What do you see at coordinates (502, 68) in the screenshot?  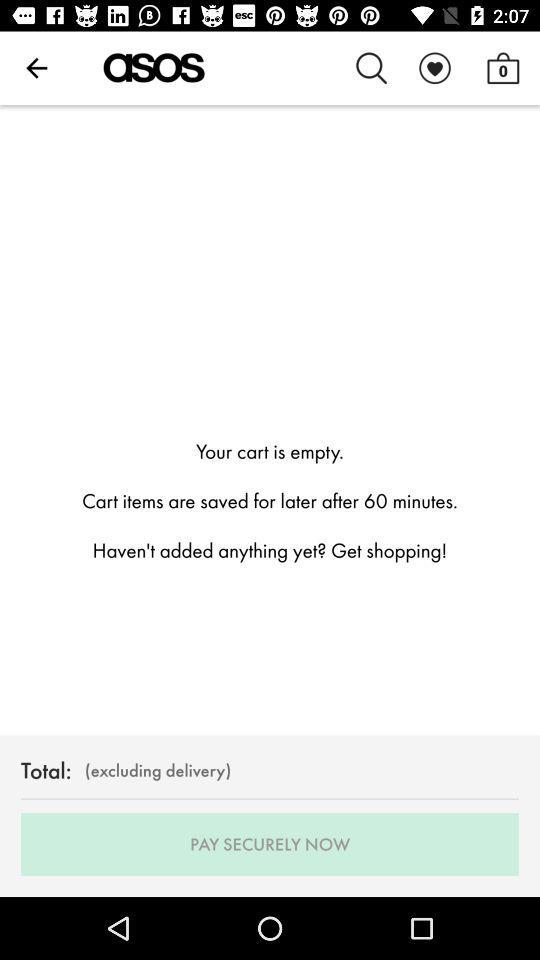 I see `0 icon` at bounding box center [502, 68].